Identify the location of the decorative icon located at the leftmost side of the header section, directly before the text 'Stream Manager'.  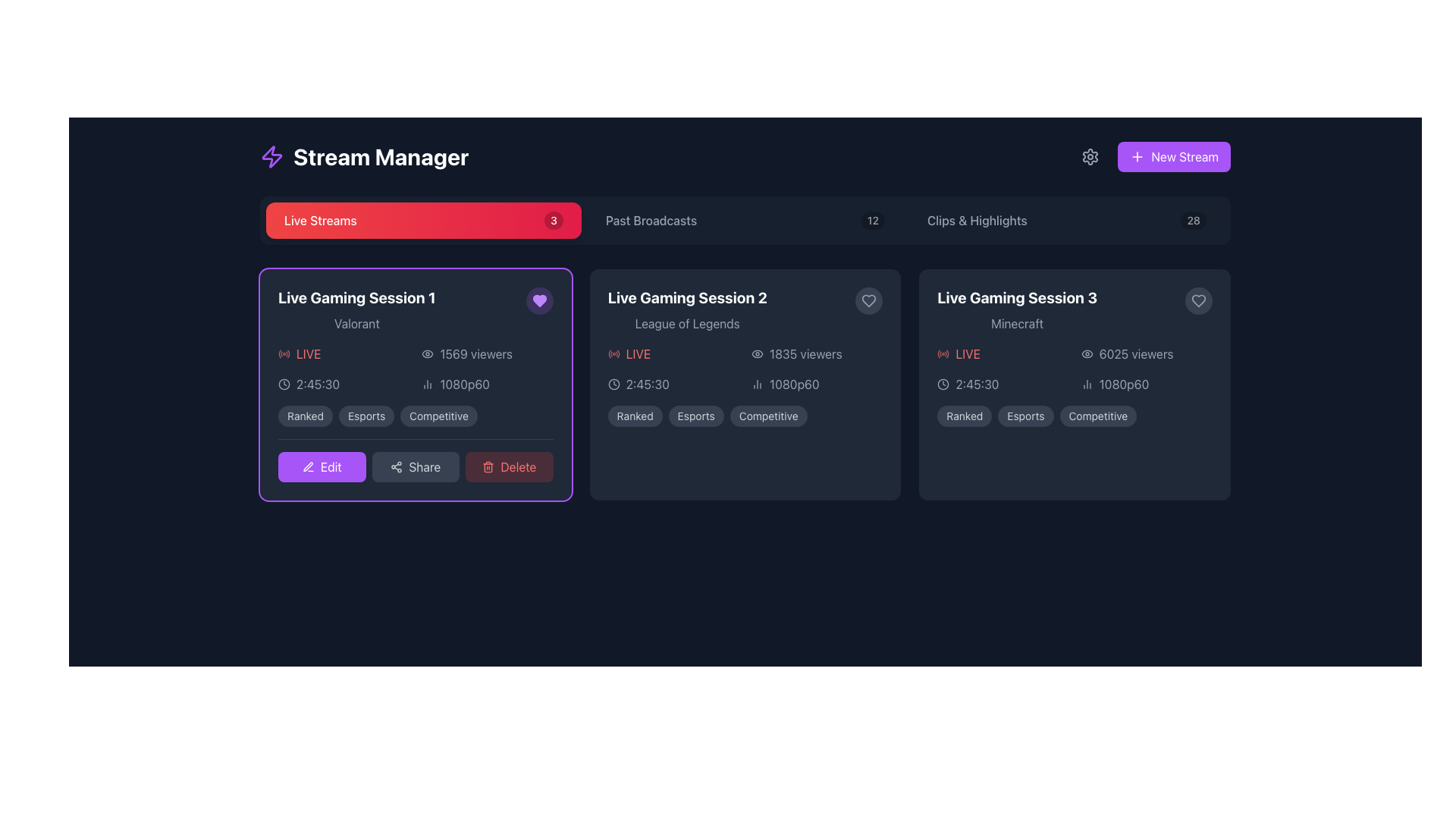
(272, 157).